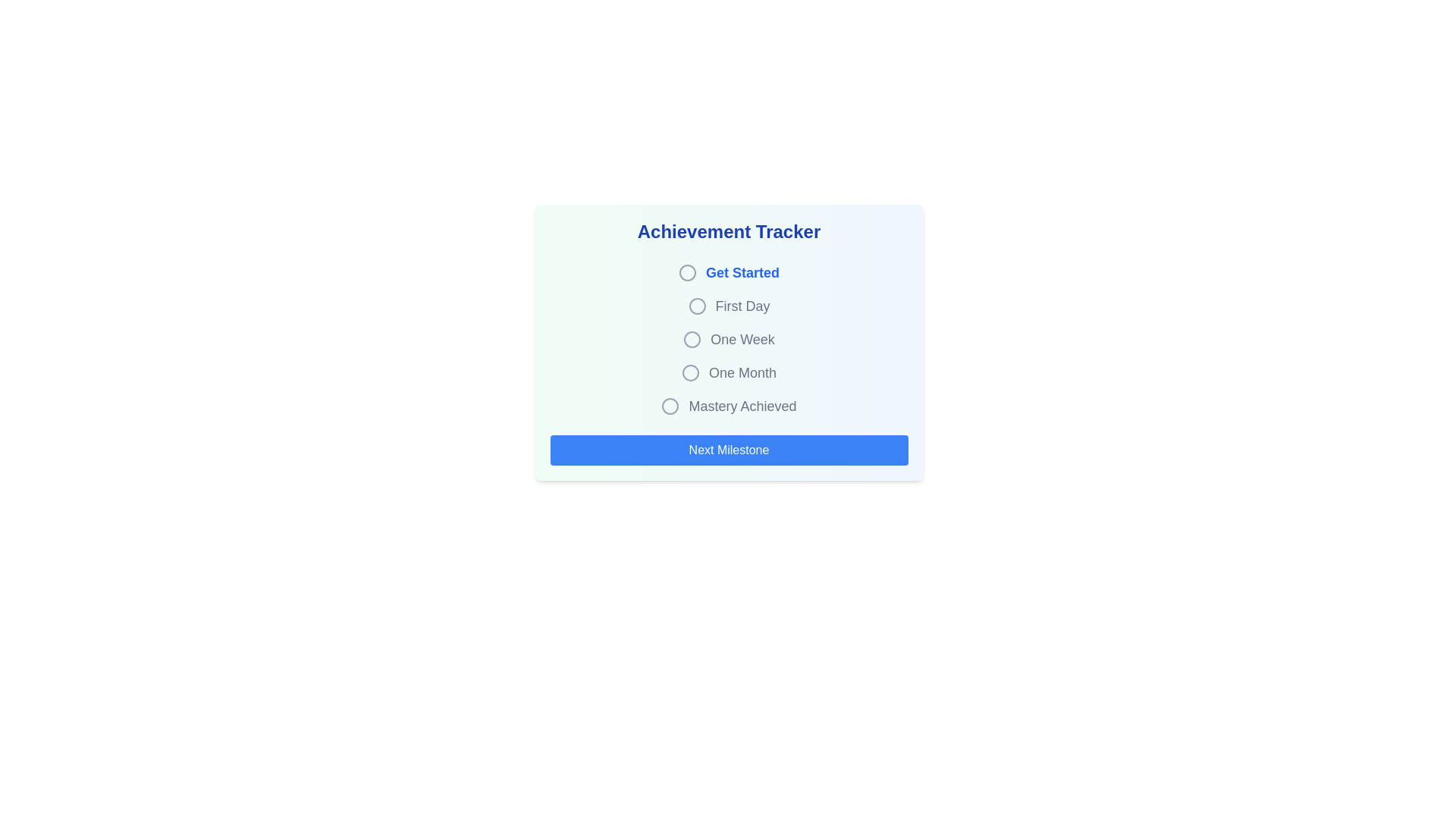 This screenshot has width=1456, height=819. Describe the element at coordinates (729, 338) in the screenshot. I see `text displayed in the milestone label 'One Week', which is the third item in the vertical list of milestones` at that location.